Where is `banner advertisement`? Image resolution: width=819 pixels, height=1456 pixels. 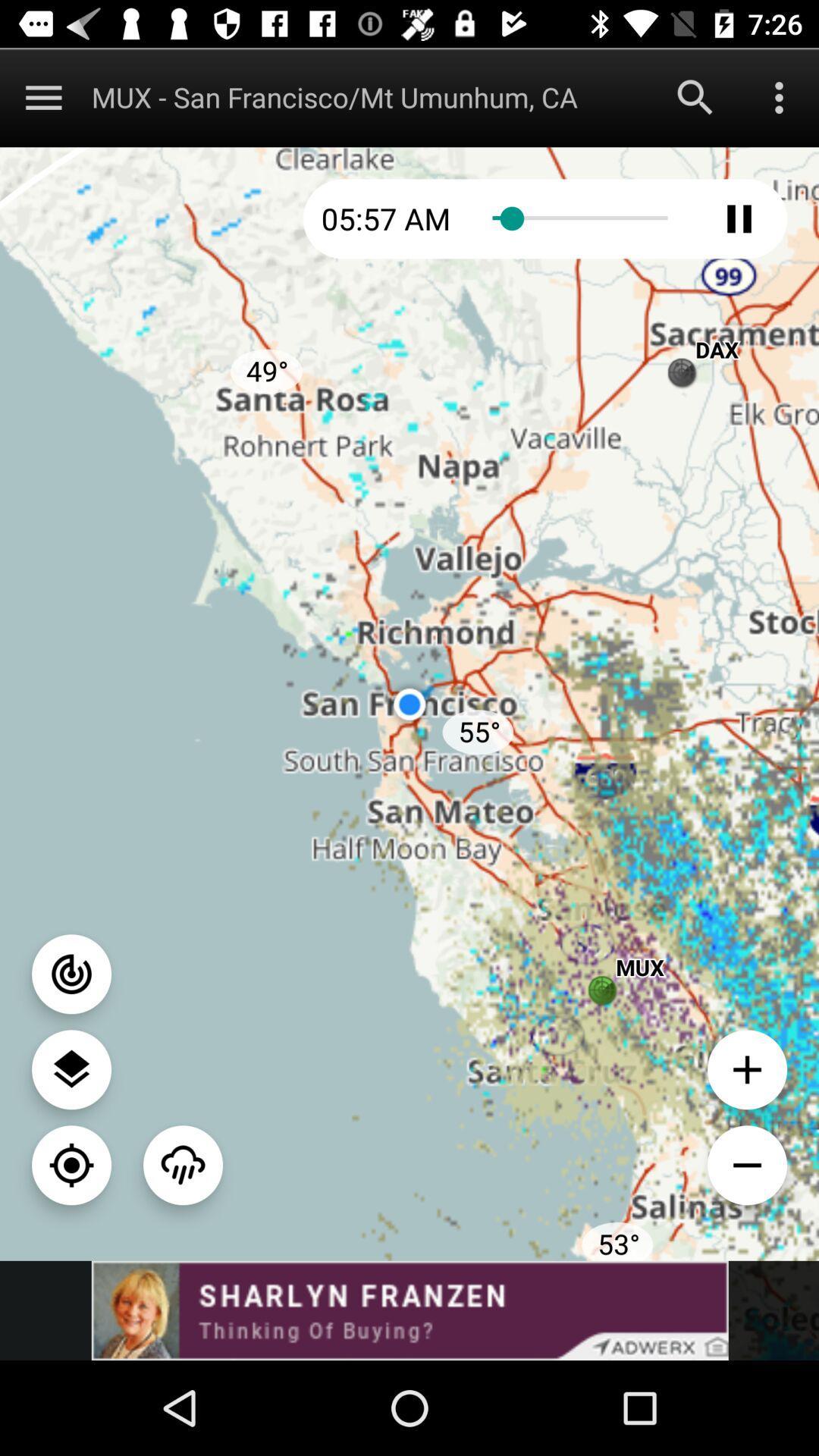
banner advertisement is located at coordinates (409, 1310).